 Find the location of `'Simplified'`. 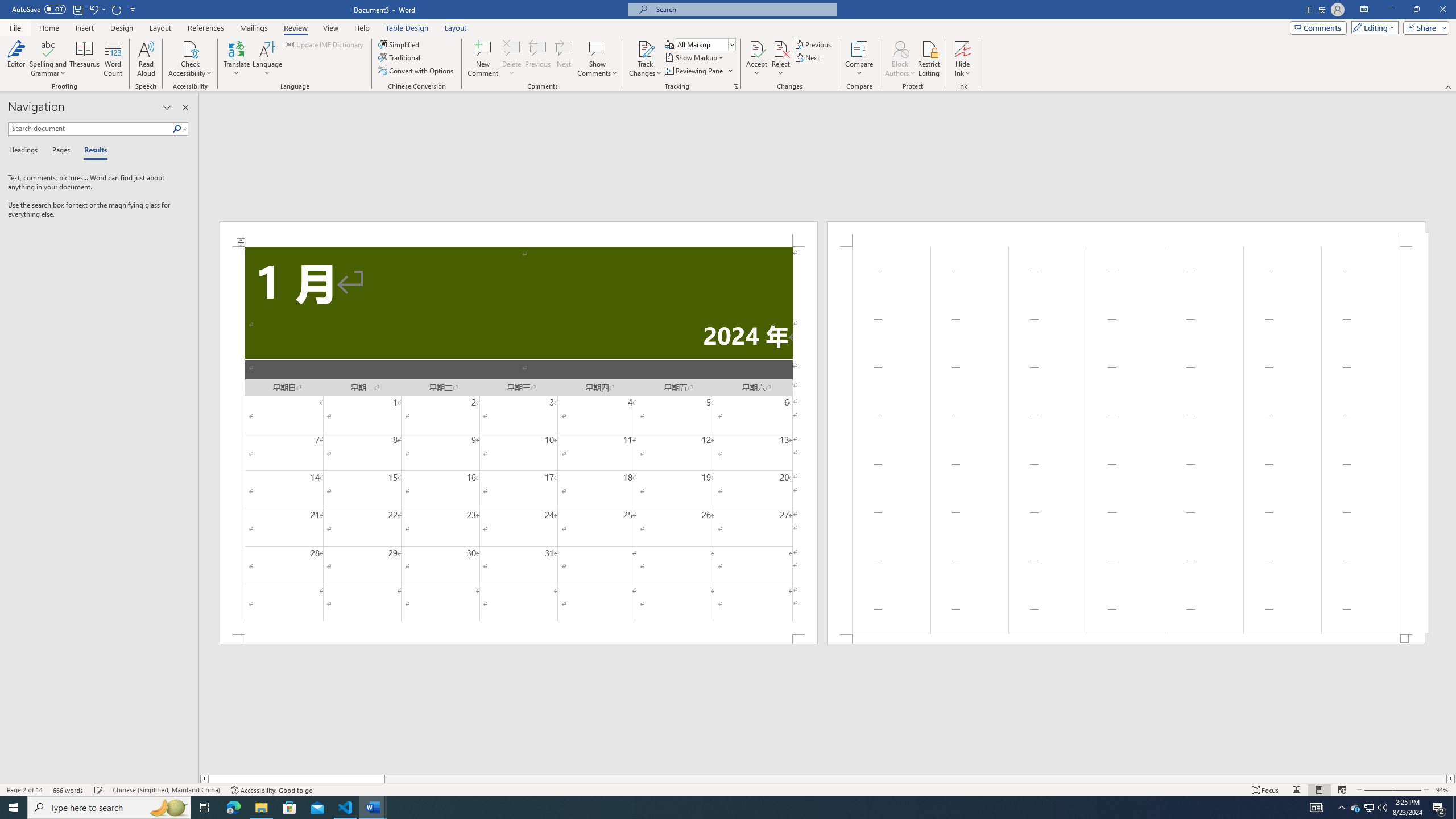

'Simplified' is located at coordinates (400, 44).